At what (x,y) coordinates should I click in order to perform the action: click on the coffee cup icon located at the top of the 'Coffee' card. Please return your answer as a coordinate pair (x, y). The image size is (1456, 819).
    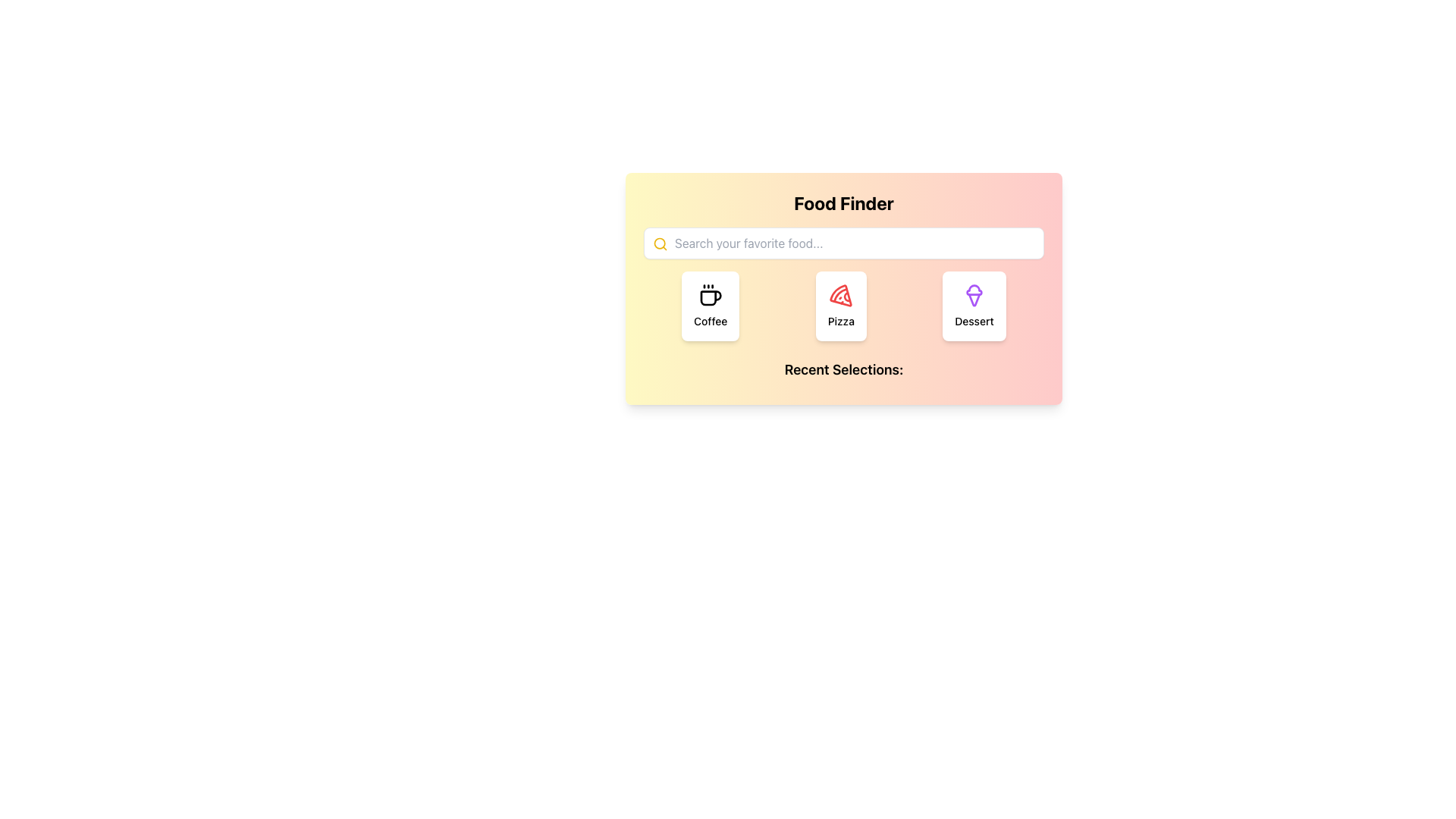
    Looking at the image, I should click on (710, 295).